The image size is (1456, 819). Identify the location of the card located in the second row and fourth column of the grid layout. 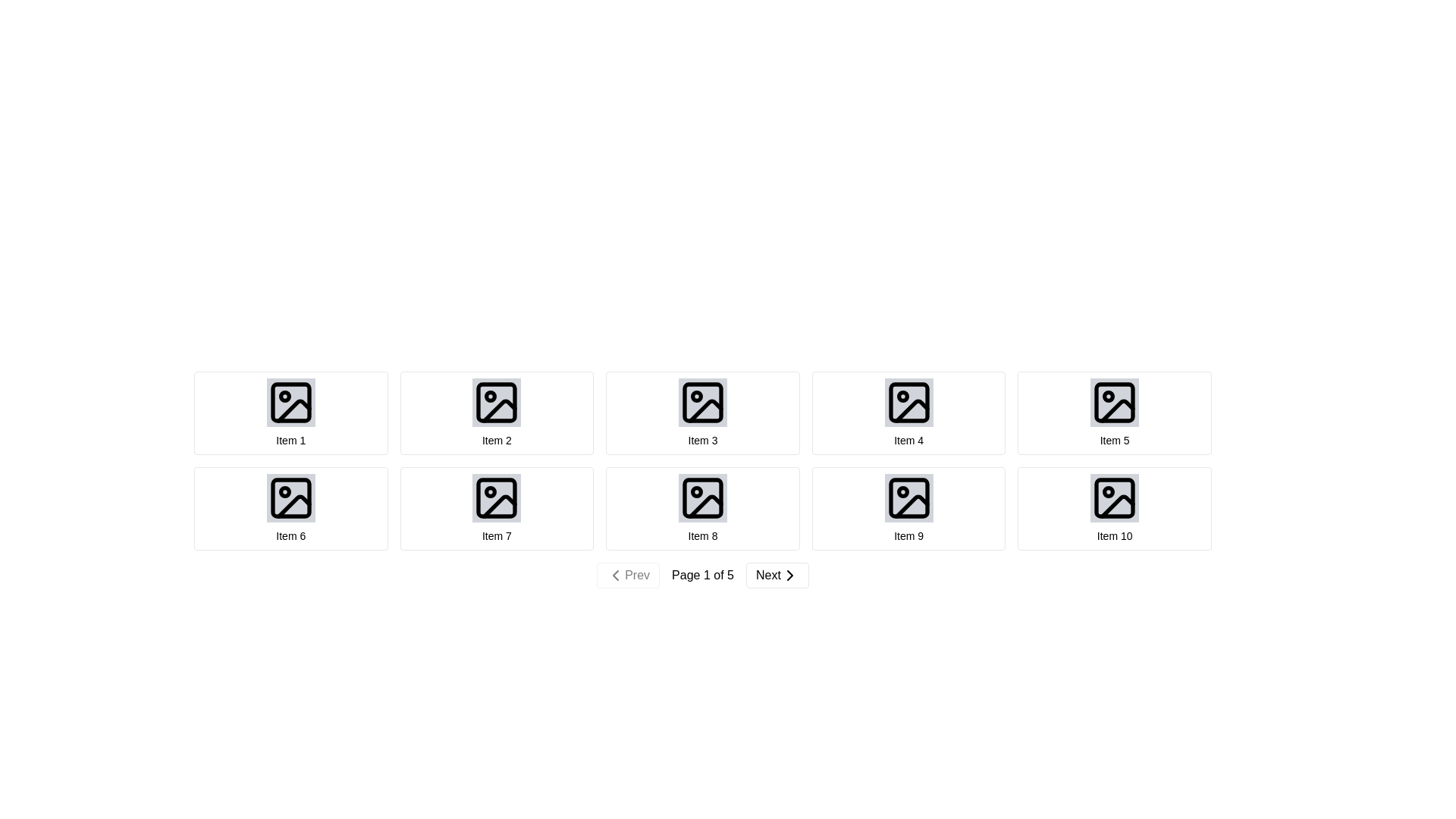
(908, 509).